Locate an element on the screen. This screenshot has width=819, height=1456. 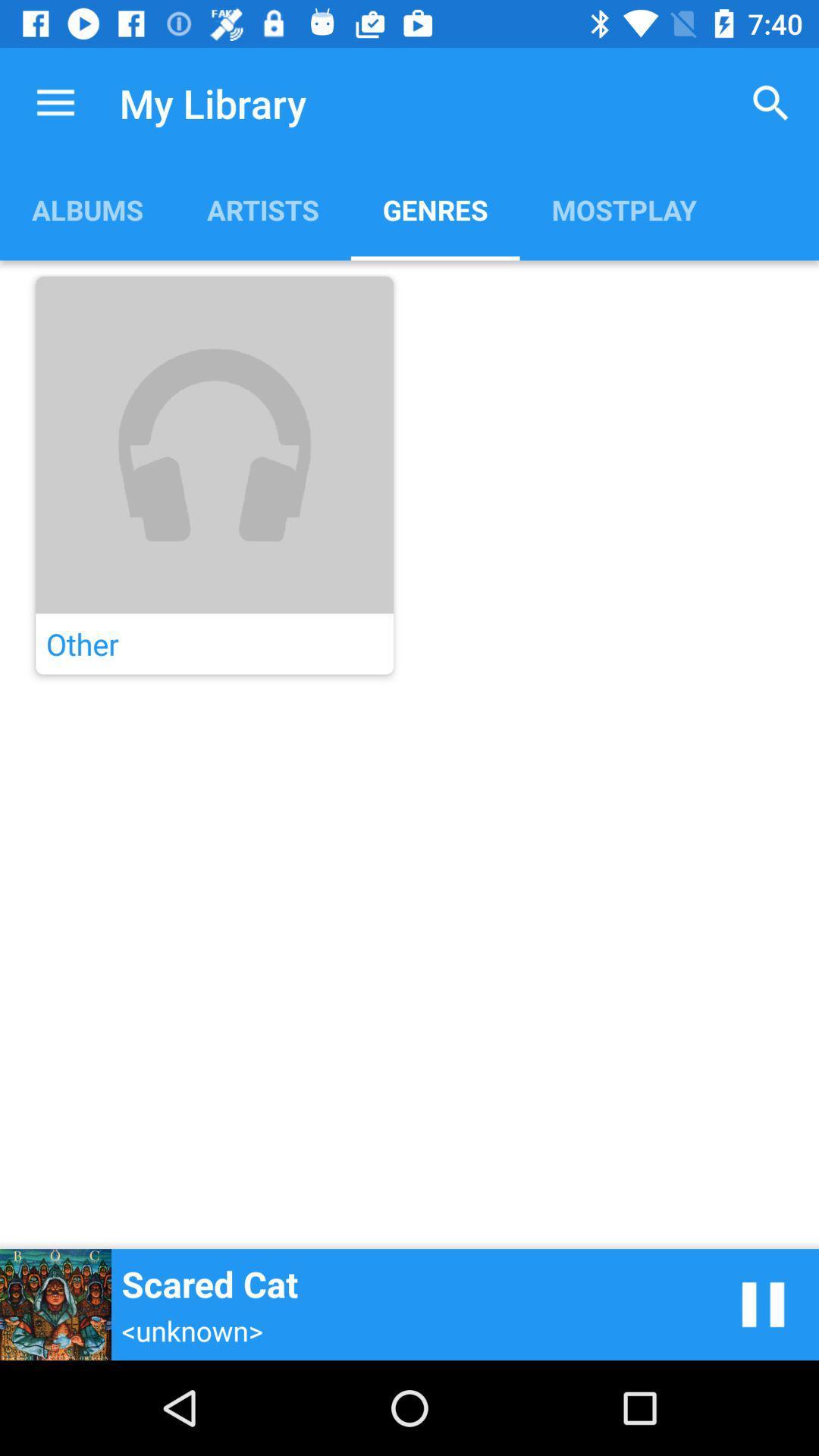
pause music is located at coordinates (763, 1304).